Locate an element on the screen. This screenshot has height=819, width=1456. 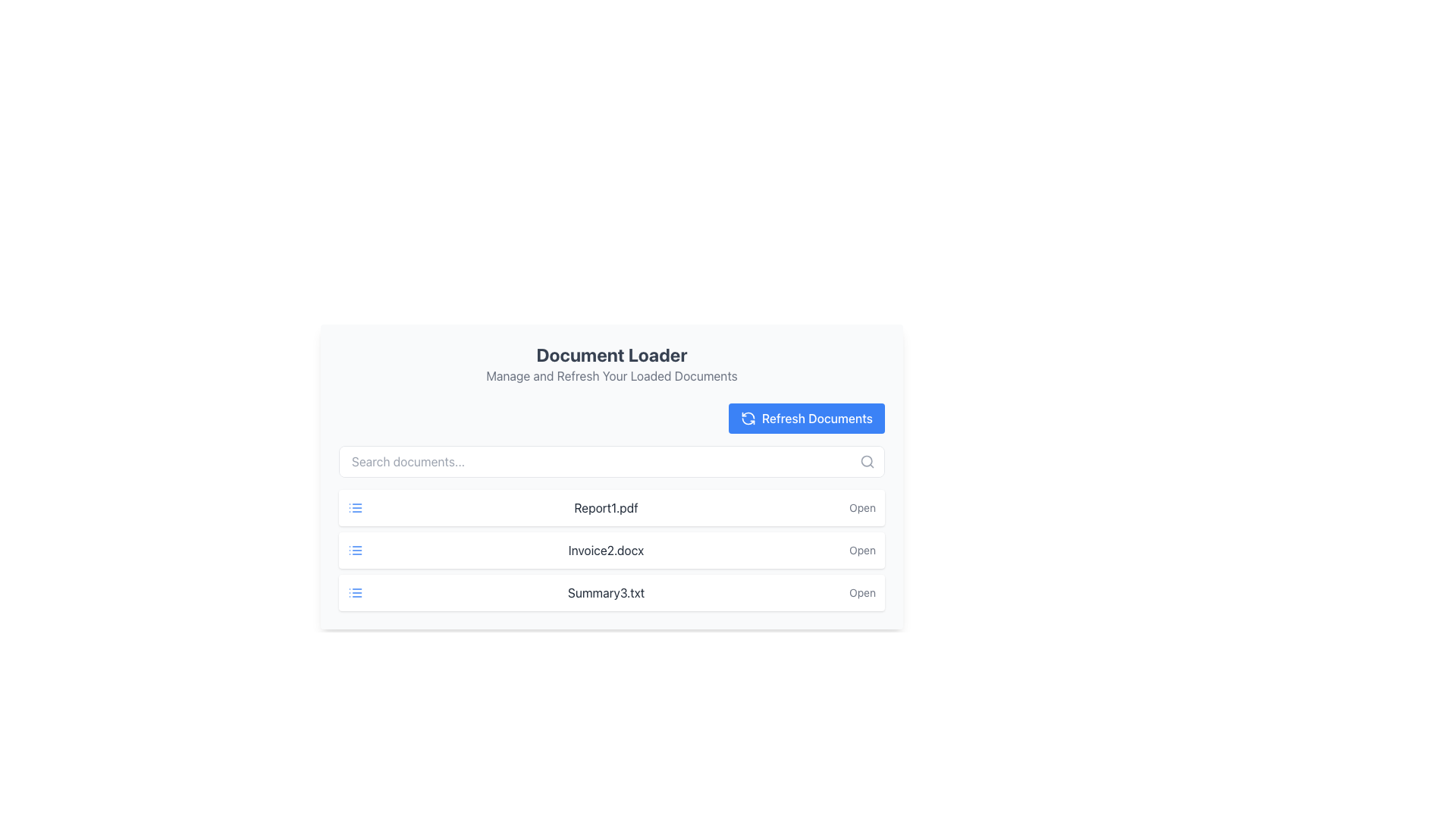
the small, vertically-aligned blue document list icon located to the left of the text 'Invoice2.docx' is located at coordinates (355, 550).